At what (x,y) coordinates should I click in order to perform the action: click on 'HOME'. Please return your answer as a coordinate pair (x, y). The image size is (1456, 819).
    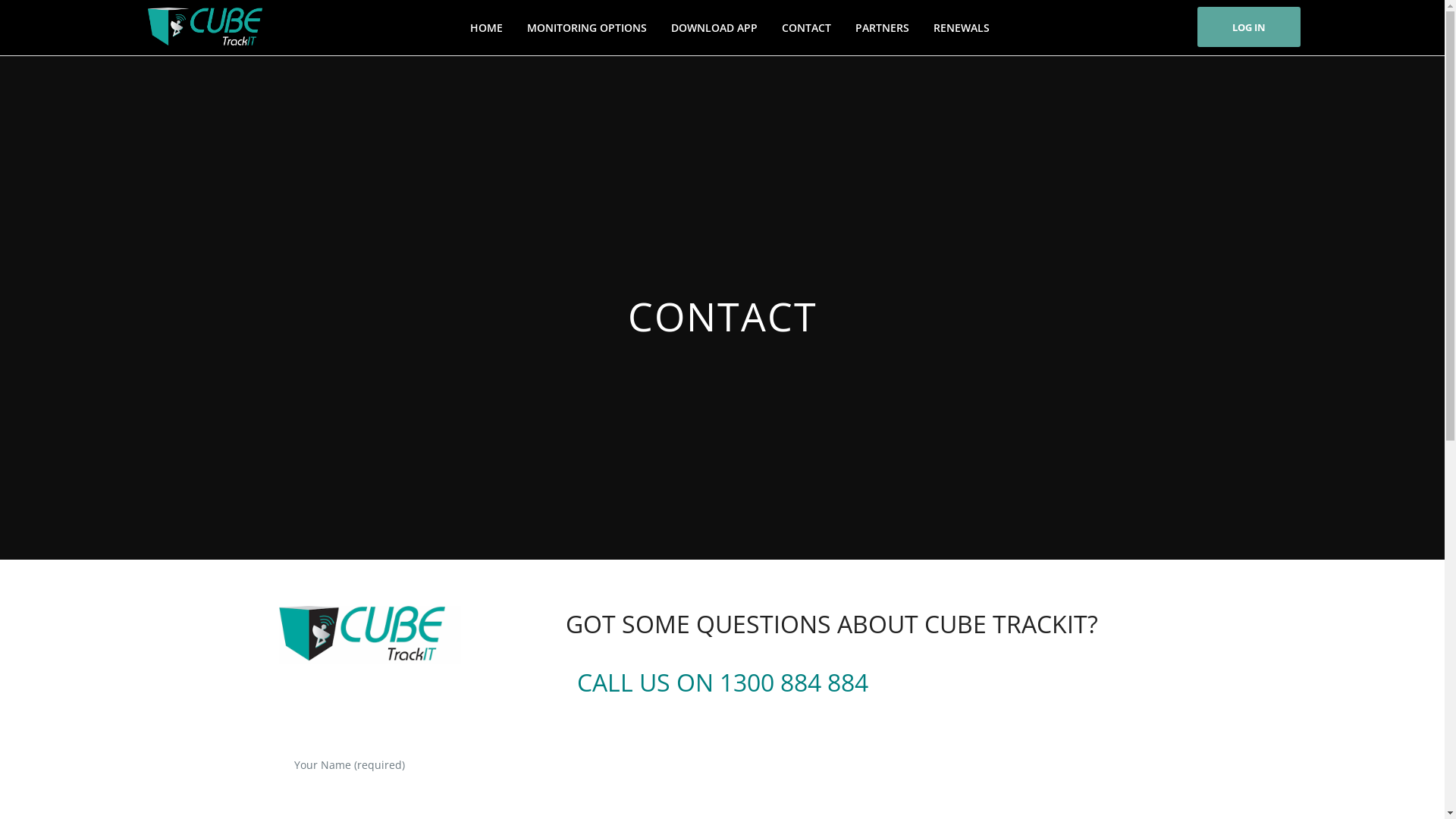
    Looking at the image, I should click on (458, 27).